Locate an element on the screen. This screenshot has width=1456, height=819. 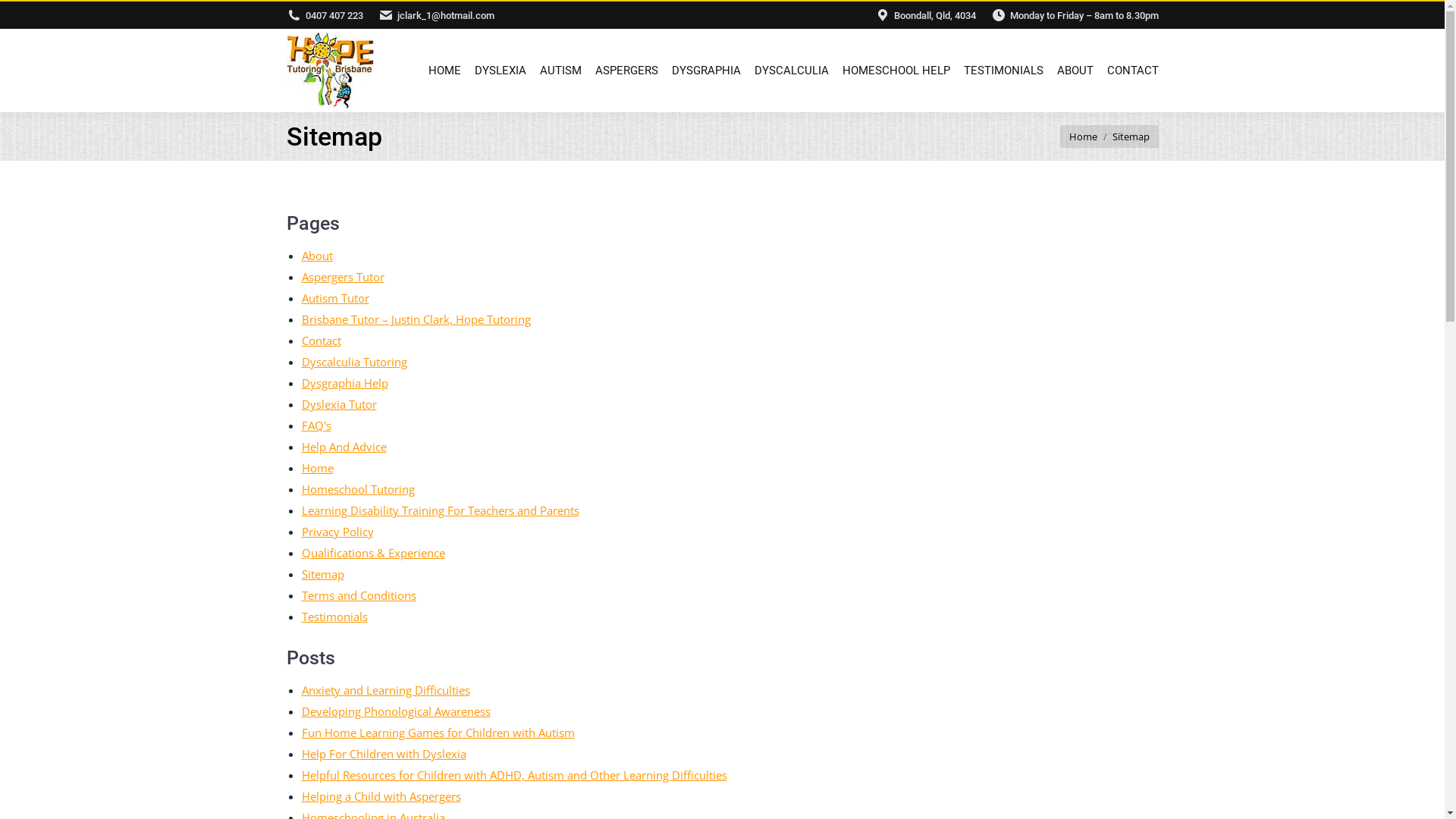
'Aspergers Tutor' is located at coordinates (342, 277).